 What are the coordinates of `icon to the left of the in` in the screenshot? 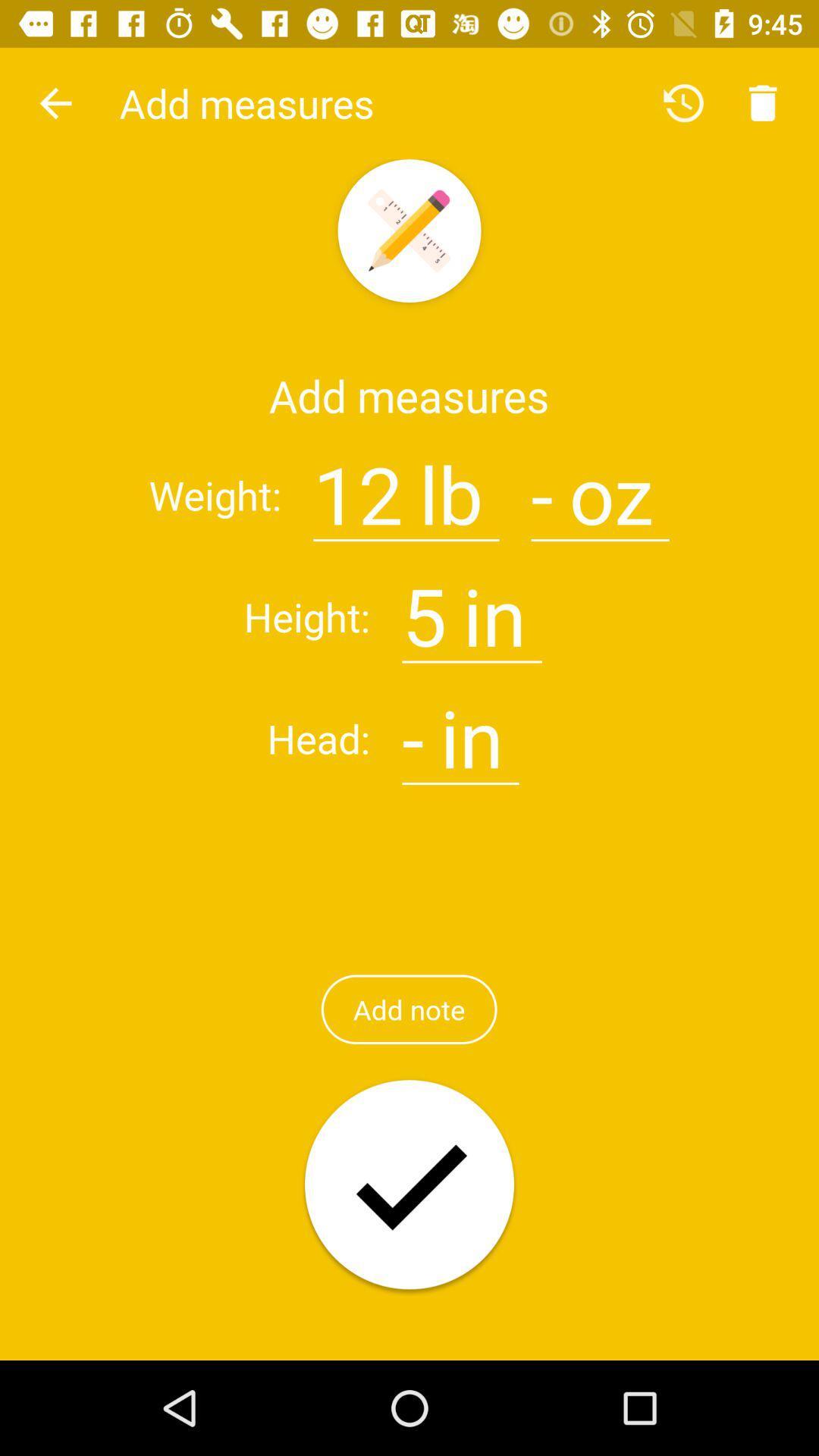 It's located at (424, 607).